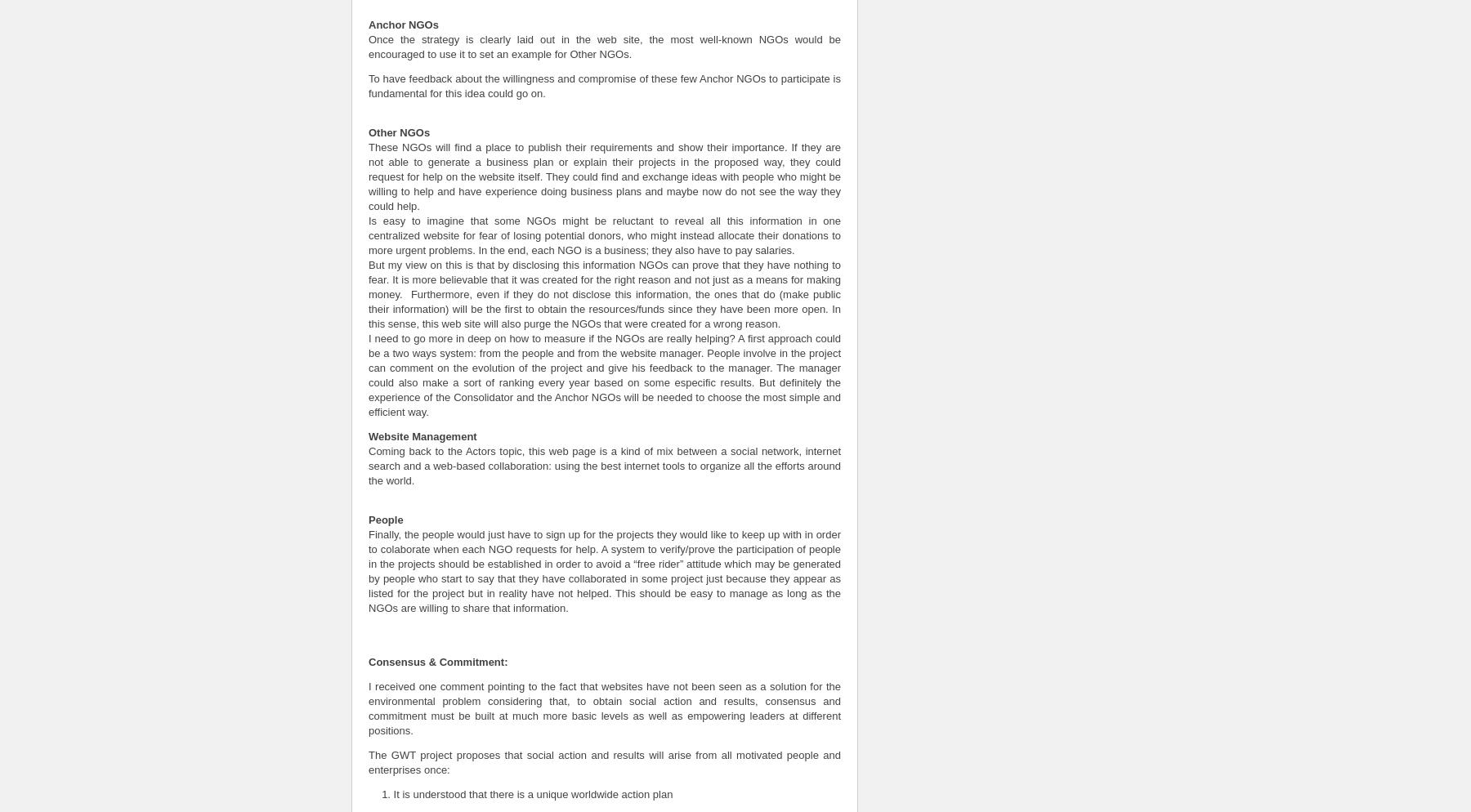 The image size is (1471, 812). What do you see at coordinates (603, 761) in the screenshot?
I see `'The GWT project proposes that social action and results will arise from all motivated people and enterprises once:'` at bounding box center [603, 761].